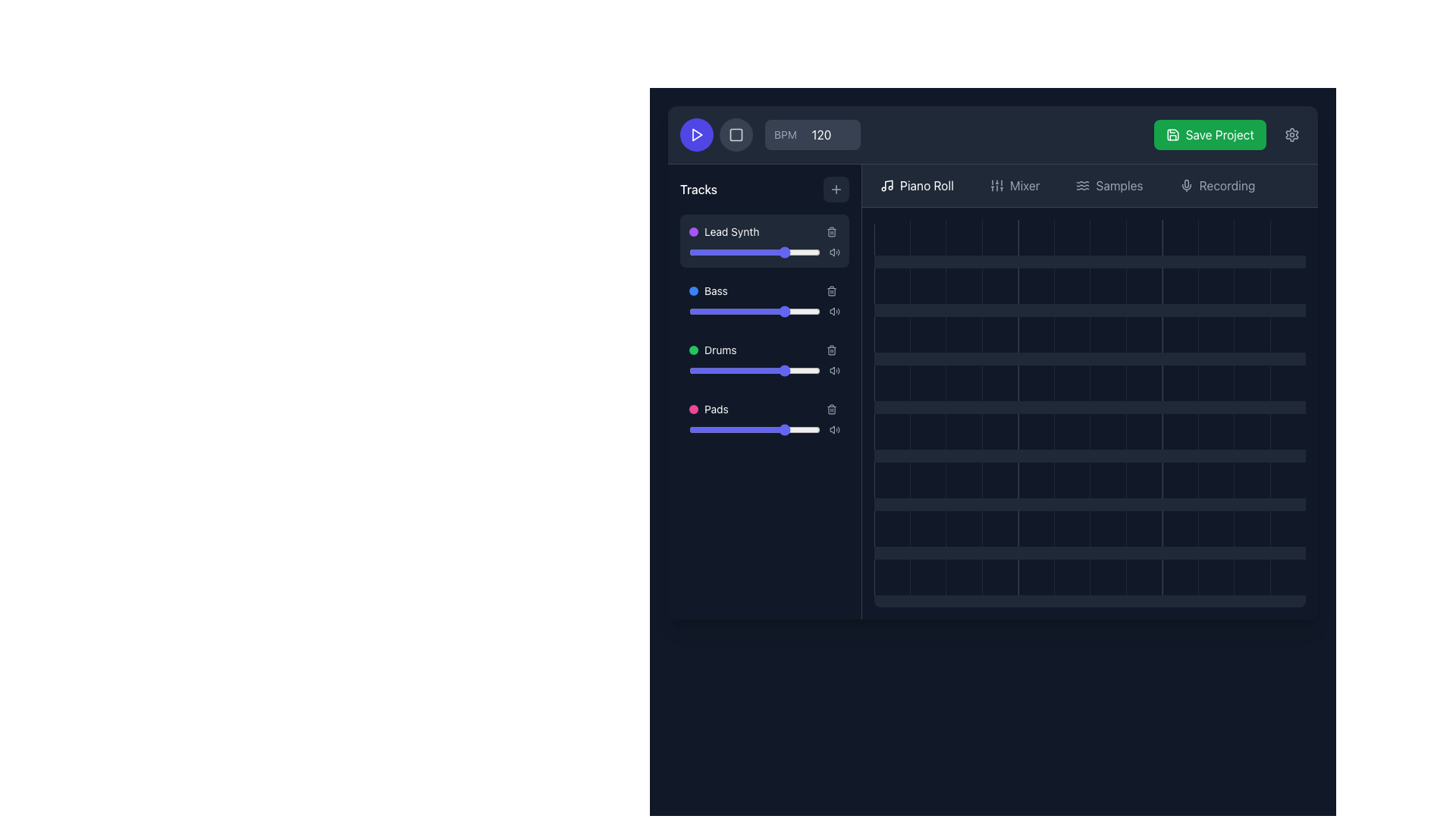 The width and height of the screenshot is (1456, 819). I want to click on the grid cell located in the 7th column and 4th row of the dark-themed interface, which has a dark gray background and a hover effect, so click(1108, 382).